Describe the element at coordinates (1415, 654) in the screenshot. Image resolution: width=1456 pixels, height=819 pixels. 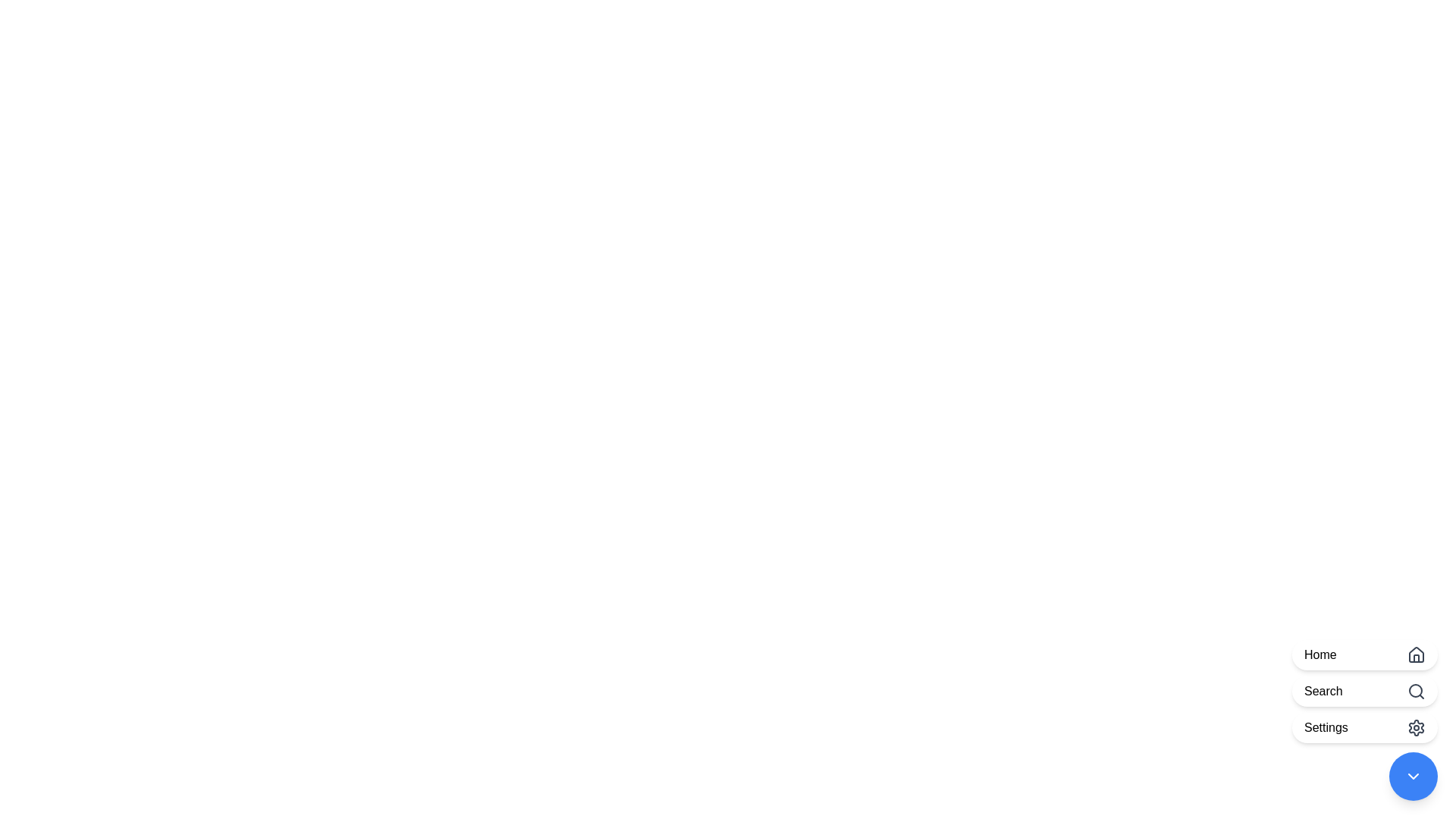
I see `the house icon in the vertical navigation menu` at that location.